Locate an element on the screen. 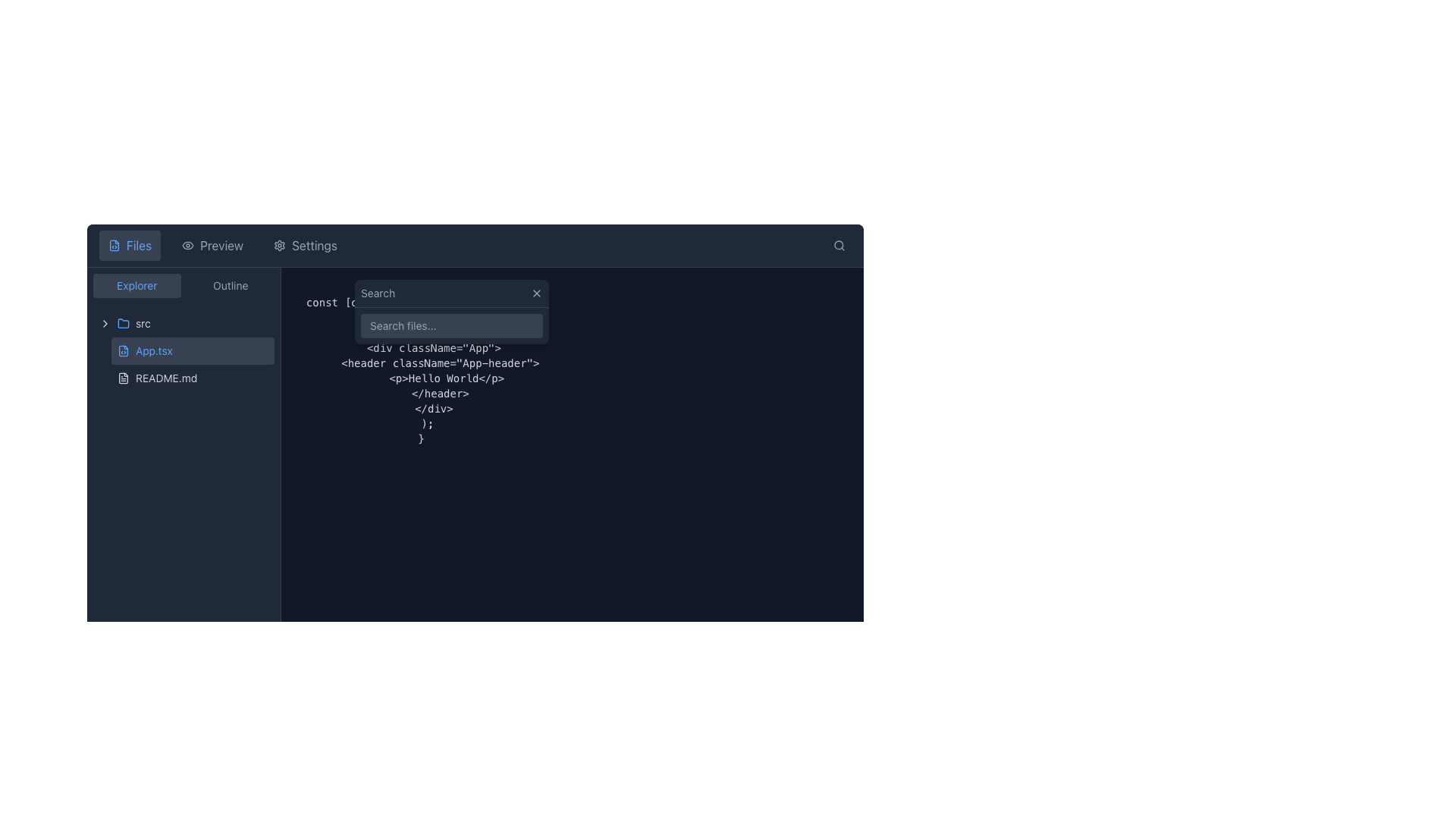 This screenshot has width=1456, height=819. the document icon with a folded top-right corner located in the sidebar next to the 'Explorer' text is located at coordinates (124, 350).